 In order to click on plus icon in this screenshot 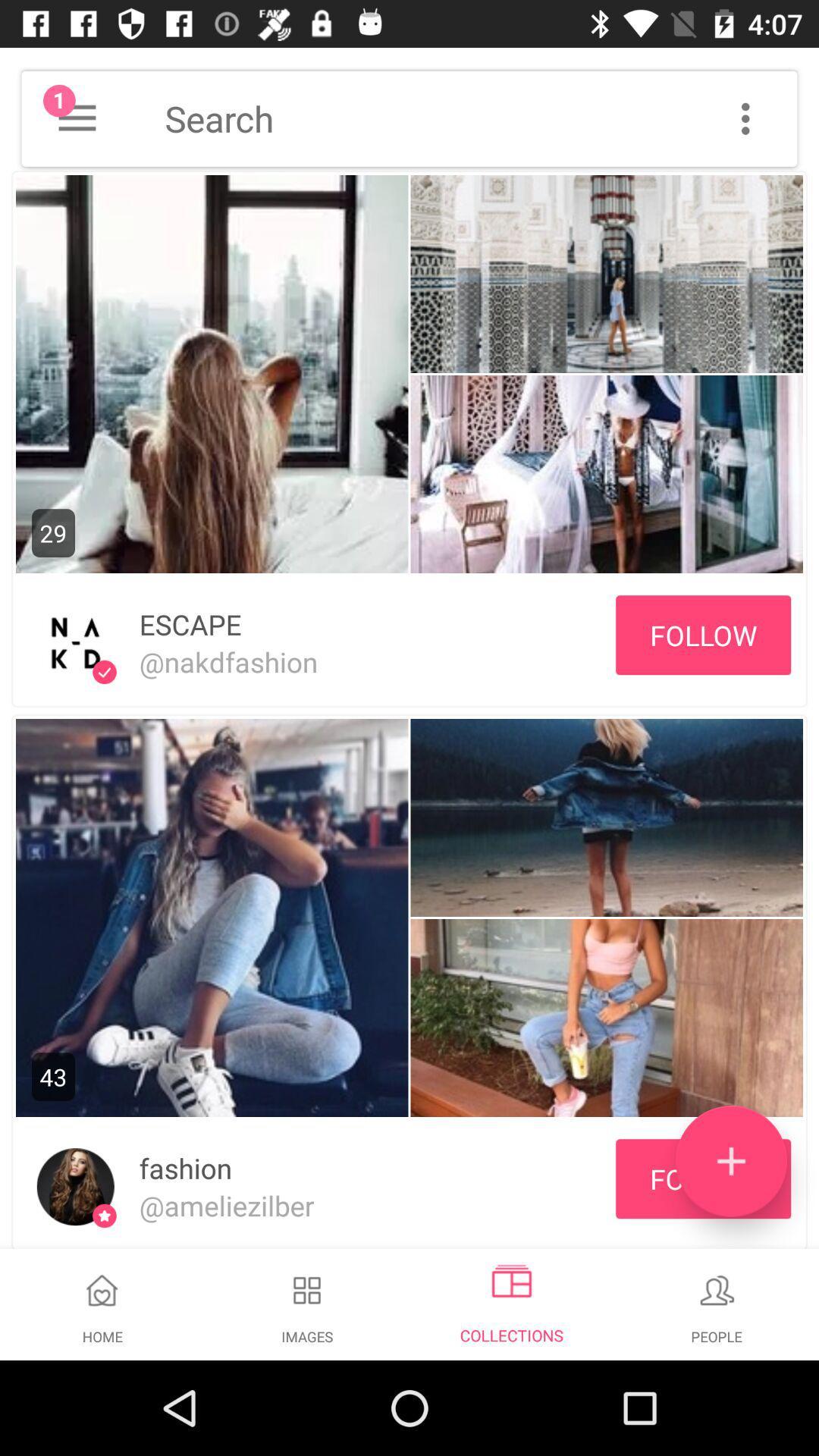, I will do `click(730, 1160)`.